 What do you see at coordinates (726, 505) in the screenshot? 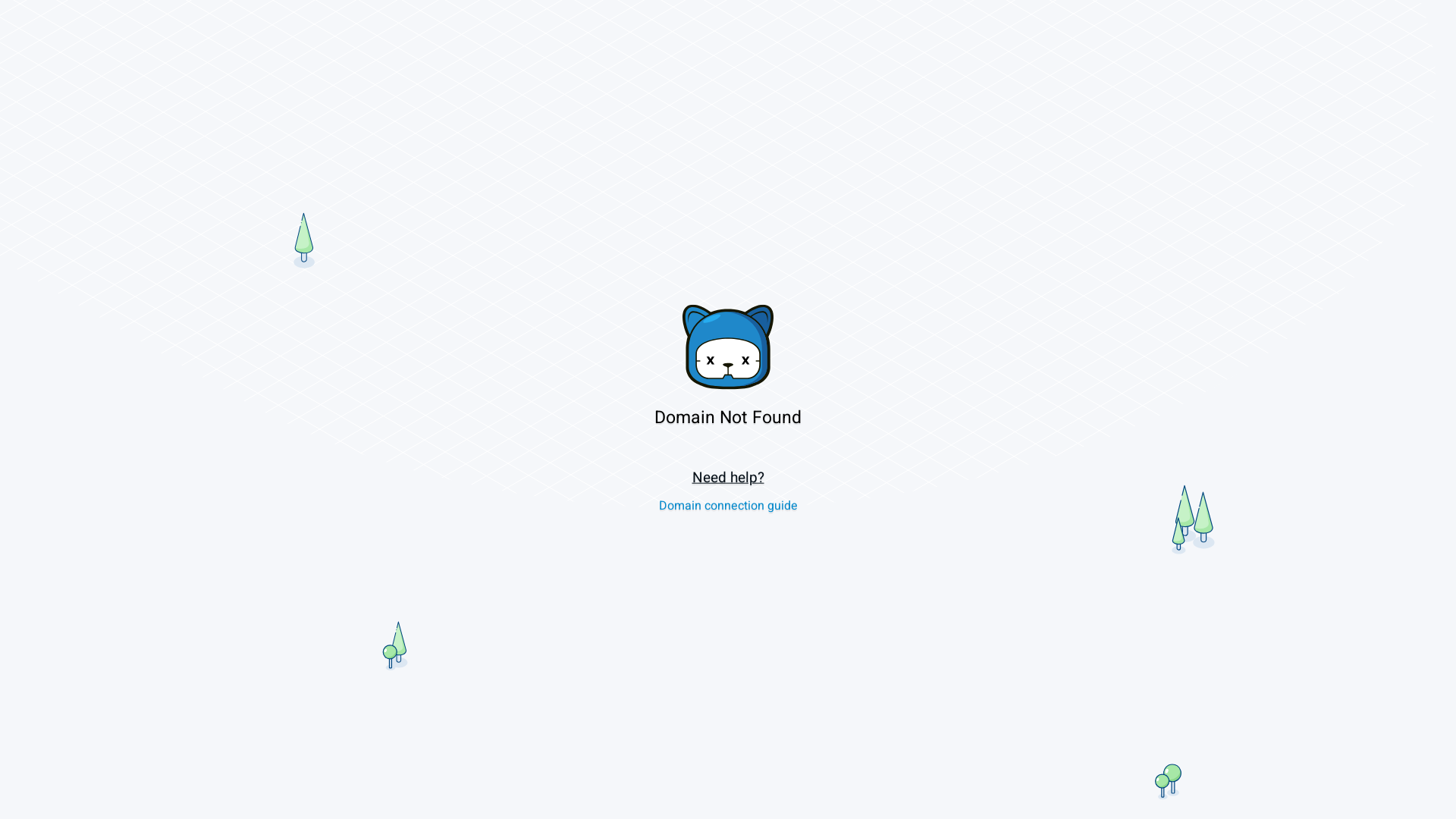
I see `'Domain connection guide'` at bounding box center [726, 505].